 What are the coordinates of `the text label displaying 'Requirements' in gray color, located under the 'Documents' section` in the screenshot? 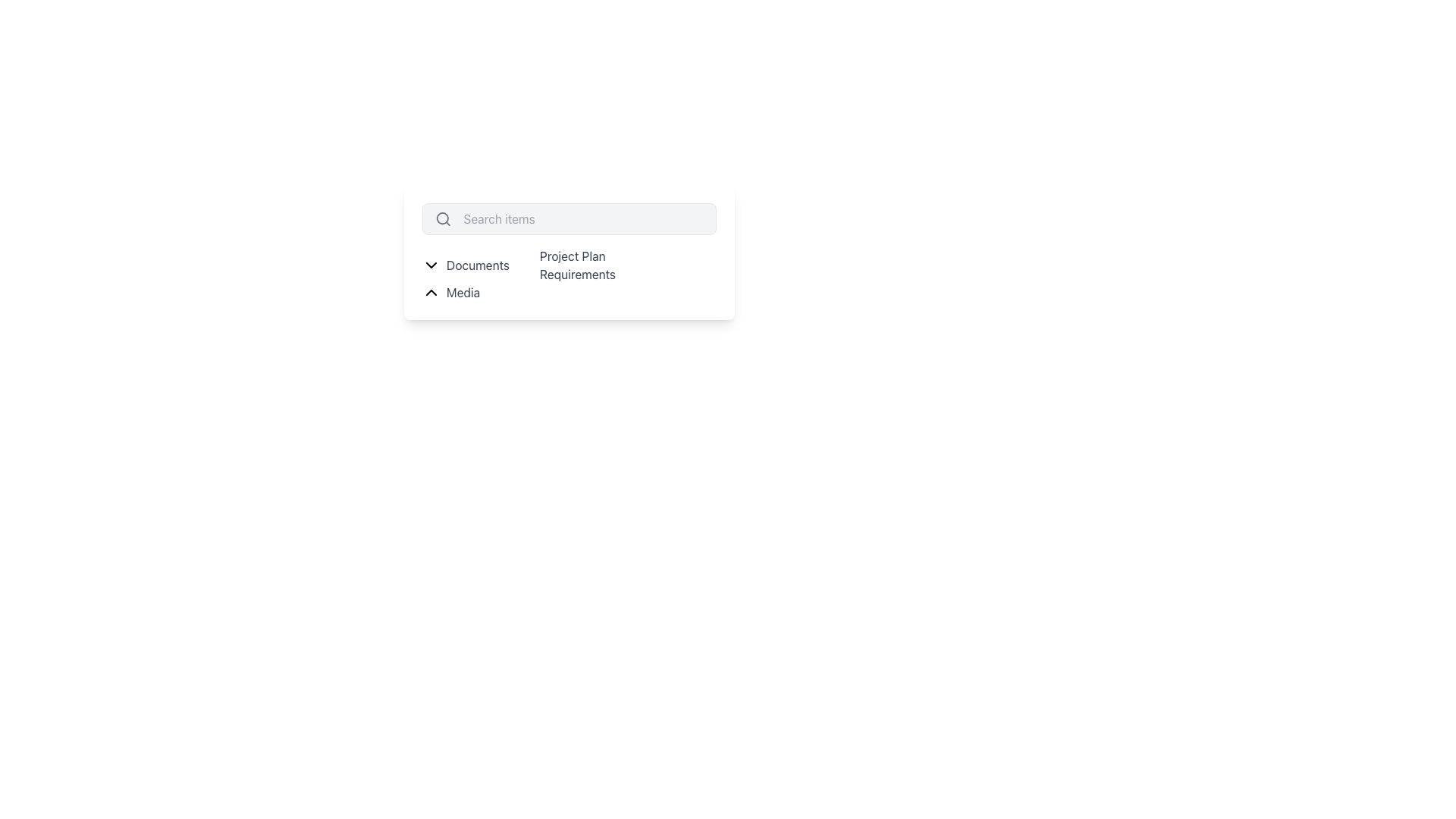 It's located at (577, 275).